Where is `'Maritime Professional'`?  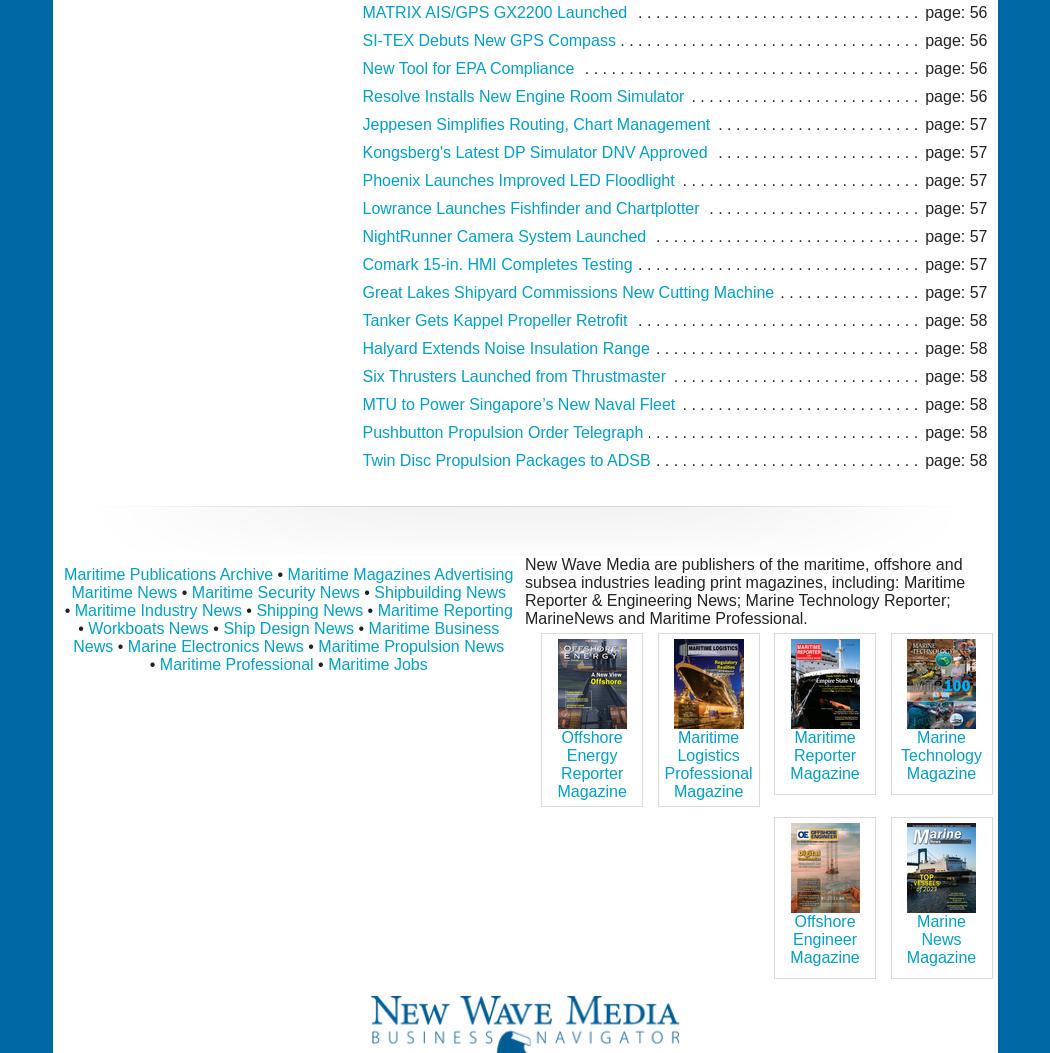 'Maritime Professional' is located at coordinates (158, 663).